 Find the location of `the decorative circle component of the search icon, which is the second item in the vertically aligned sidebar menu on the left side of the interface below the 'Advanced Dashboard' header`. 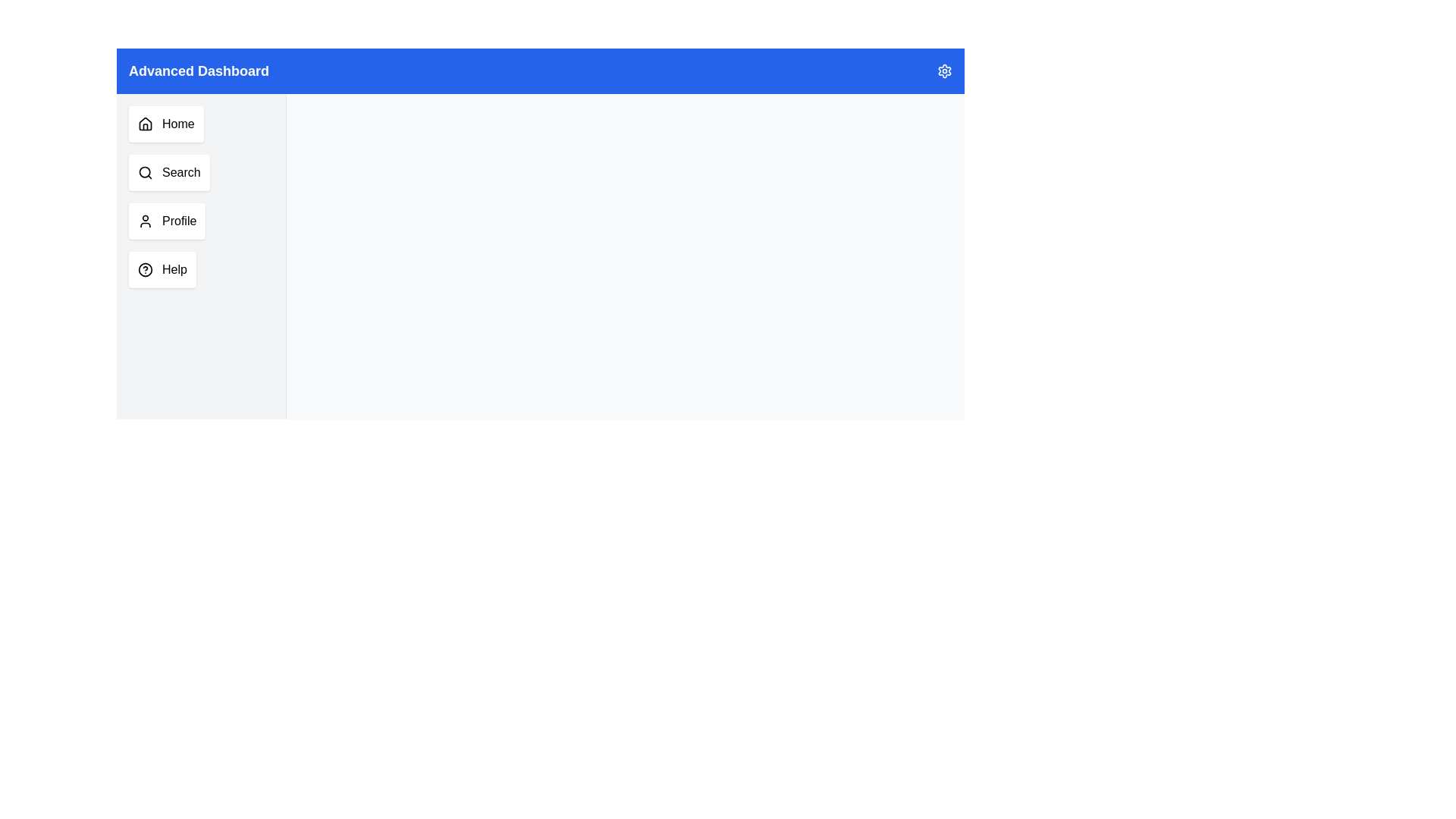

the decorative circle component of the search icon, which is the second item in the vertically aligned sidebar menu on the left side of the interface below the 'Advanced Dashboard' header is located at coordinates (145, 171).